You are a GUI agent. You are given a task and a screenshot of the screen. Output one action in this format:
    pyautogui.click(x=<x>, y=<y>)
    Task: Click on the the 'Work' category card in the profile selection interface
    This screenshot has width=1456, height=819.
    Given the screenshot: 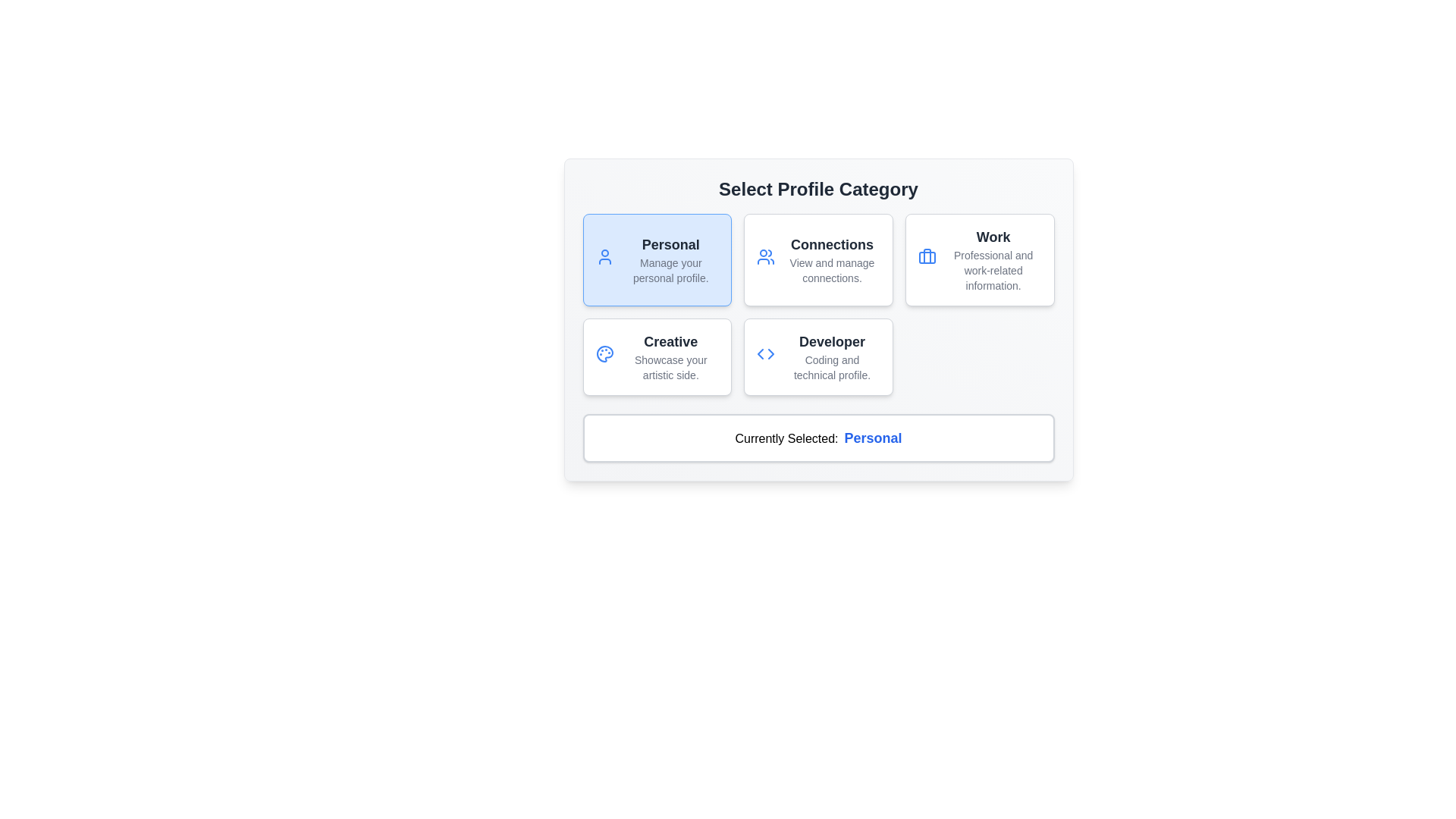 What is the action you would take?
    pyautogui.click(x=980, y=259)
    